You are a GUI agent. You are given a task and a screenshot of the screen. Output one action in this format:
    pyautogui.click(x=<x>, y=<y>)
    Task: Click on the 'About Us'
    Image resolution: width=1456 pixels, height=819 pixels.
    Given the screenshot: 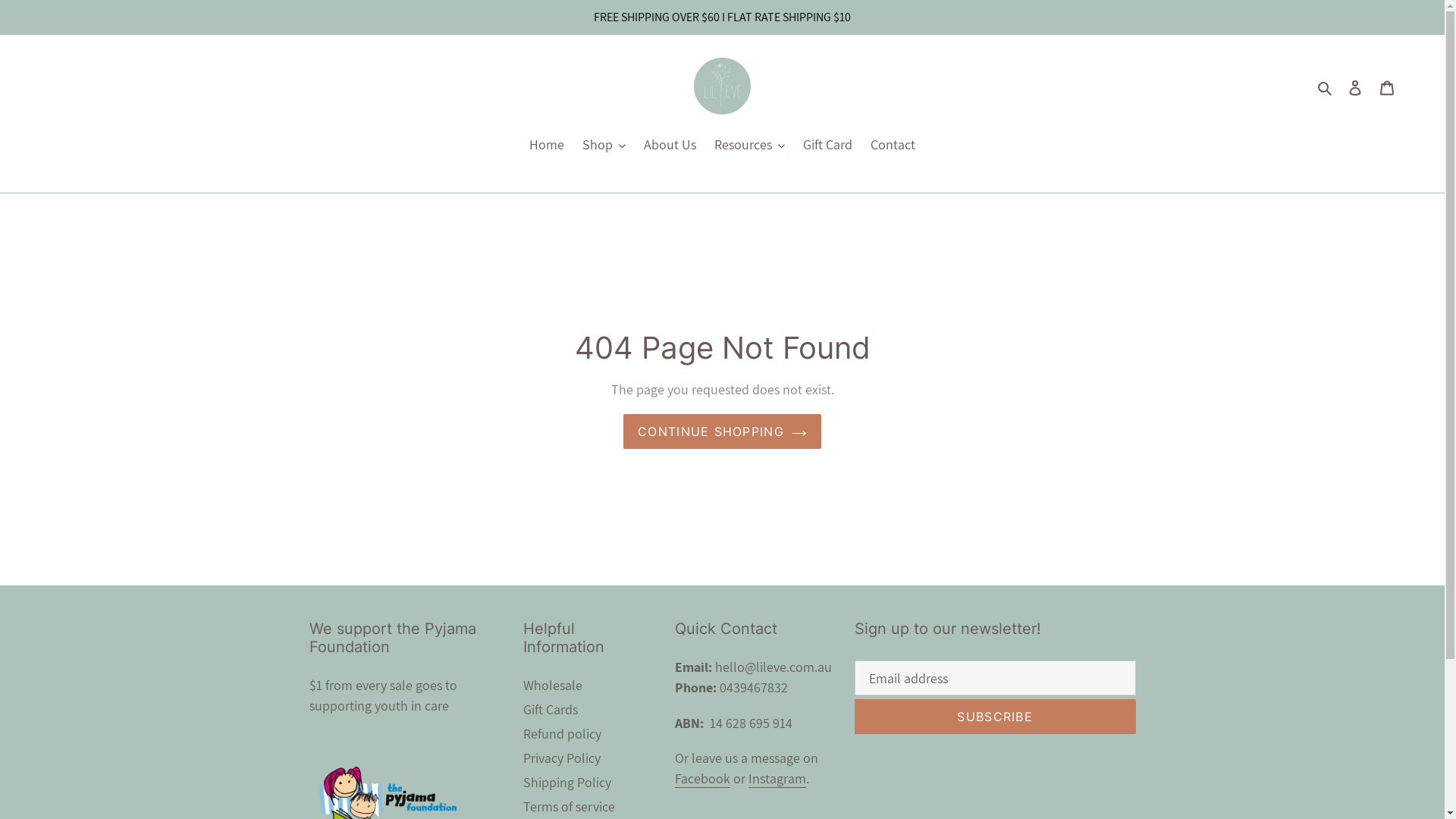 What is the action you would take?
    pyautogui.click(x=669, y=145)
    